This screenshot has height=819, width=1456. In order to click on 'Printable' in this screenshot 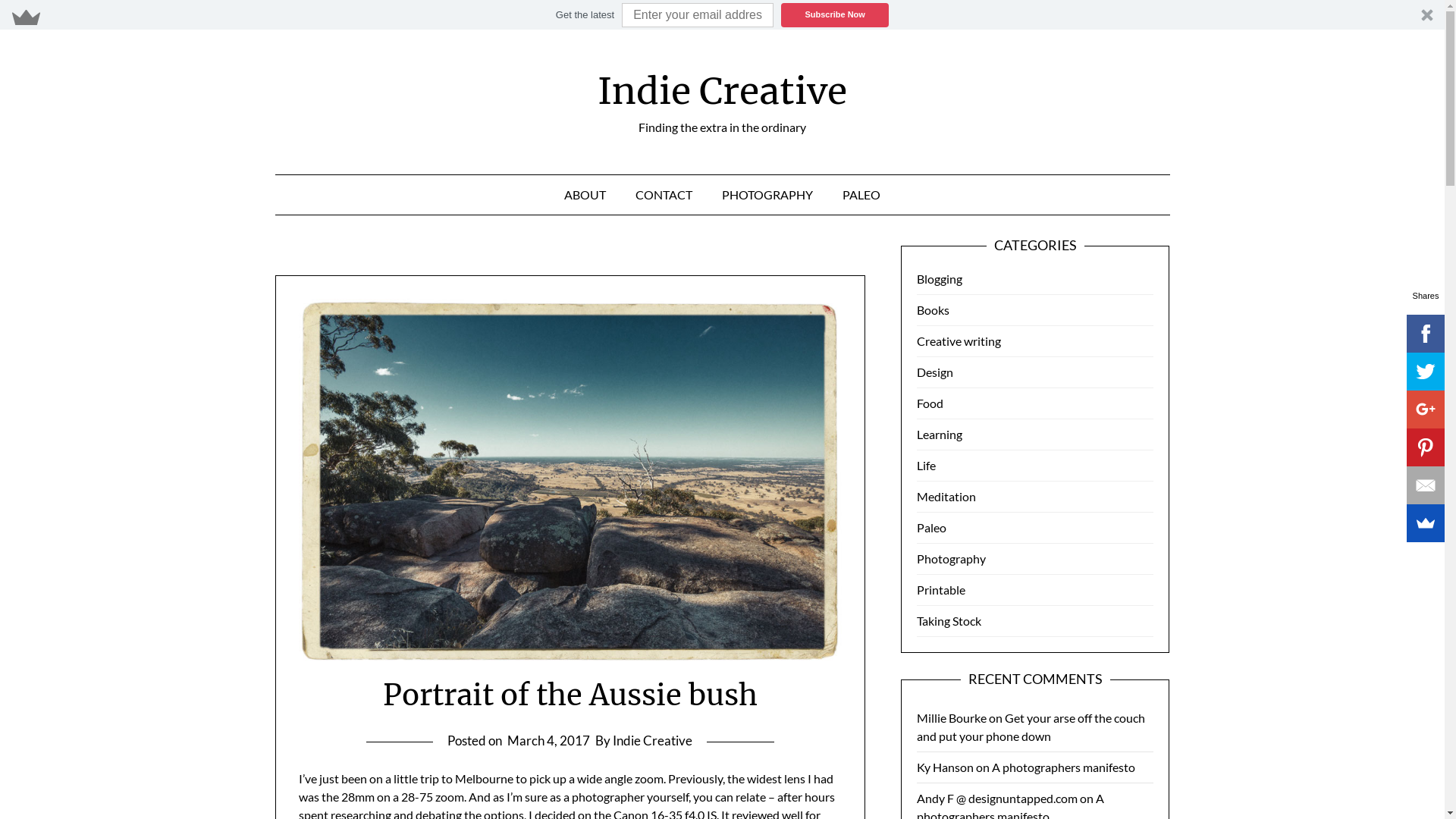, I will do `click(940, 588)`.